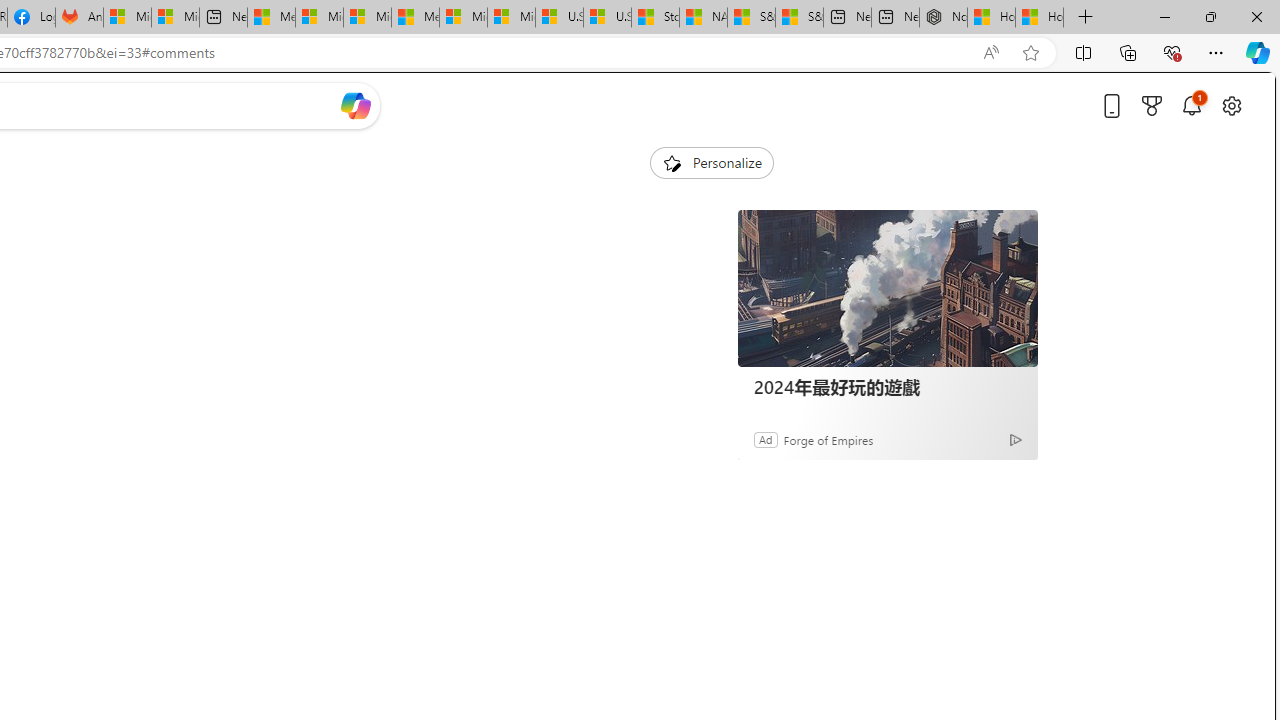  Describe the element at coordinates (318, 17) in the screenshot. I see `'Microsoft account | Privacy'` at that location.